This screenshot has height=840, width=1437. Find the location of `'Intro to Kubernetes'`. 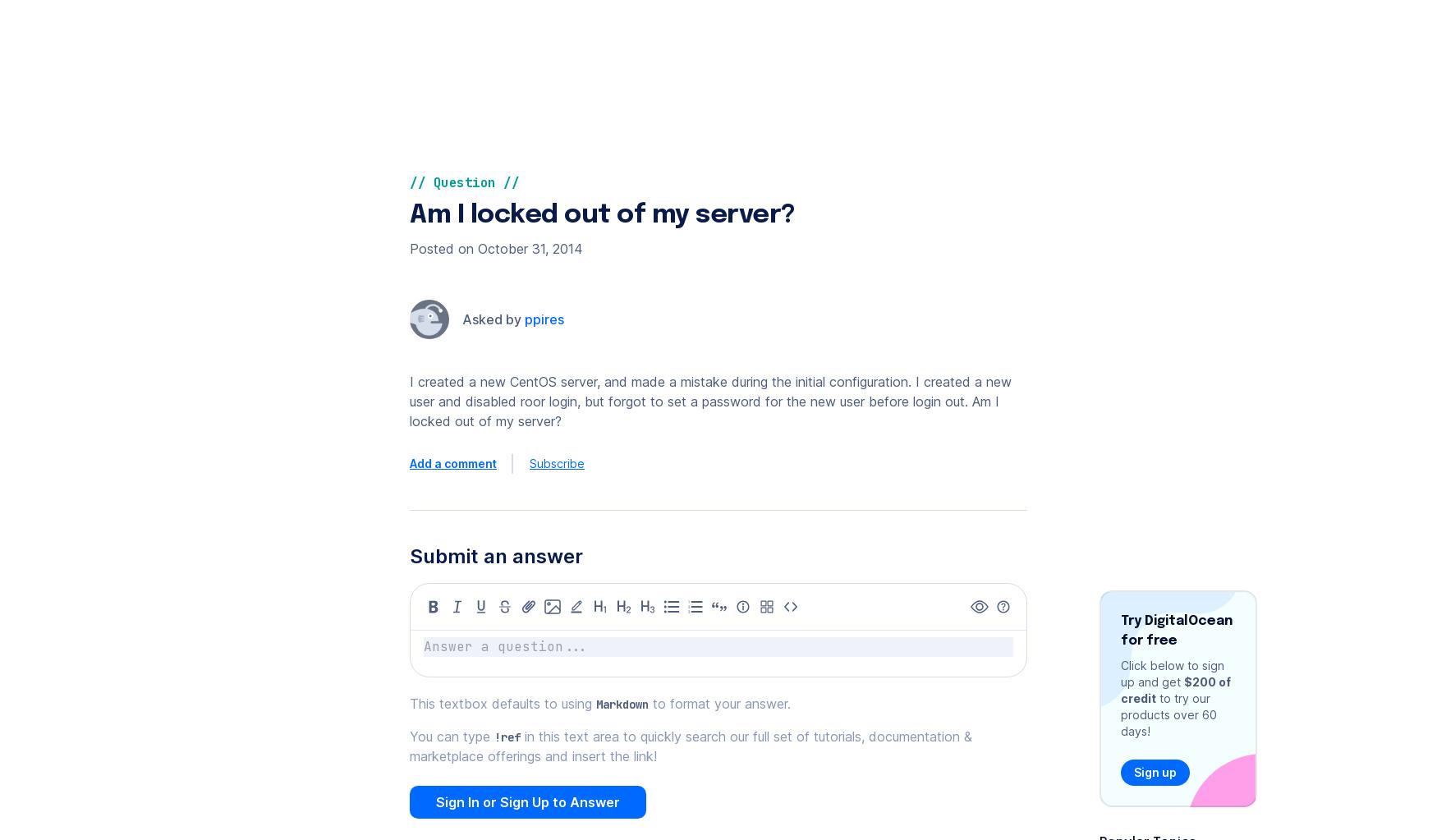

'Intro to Kubernetes' is located at coordinates (1031, 49).